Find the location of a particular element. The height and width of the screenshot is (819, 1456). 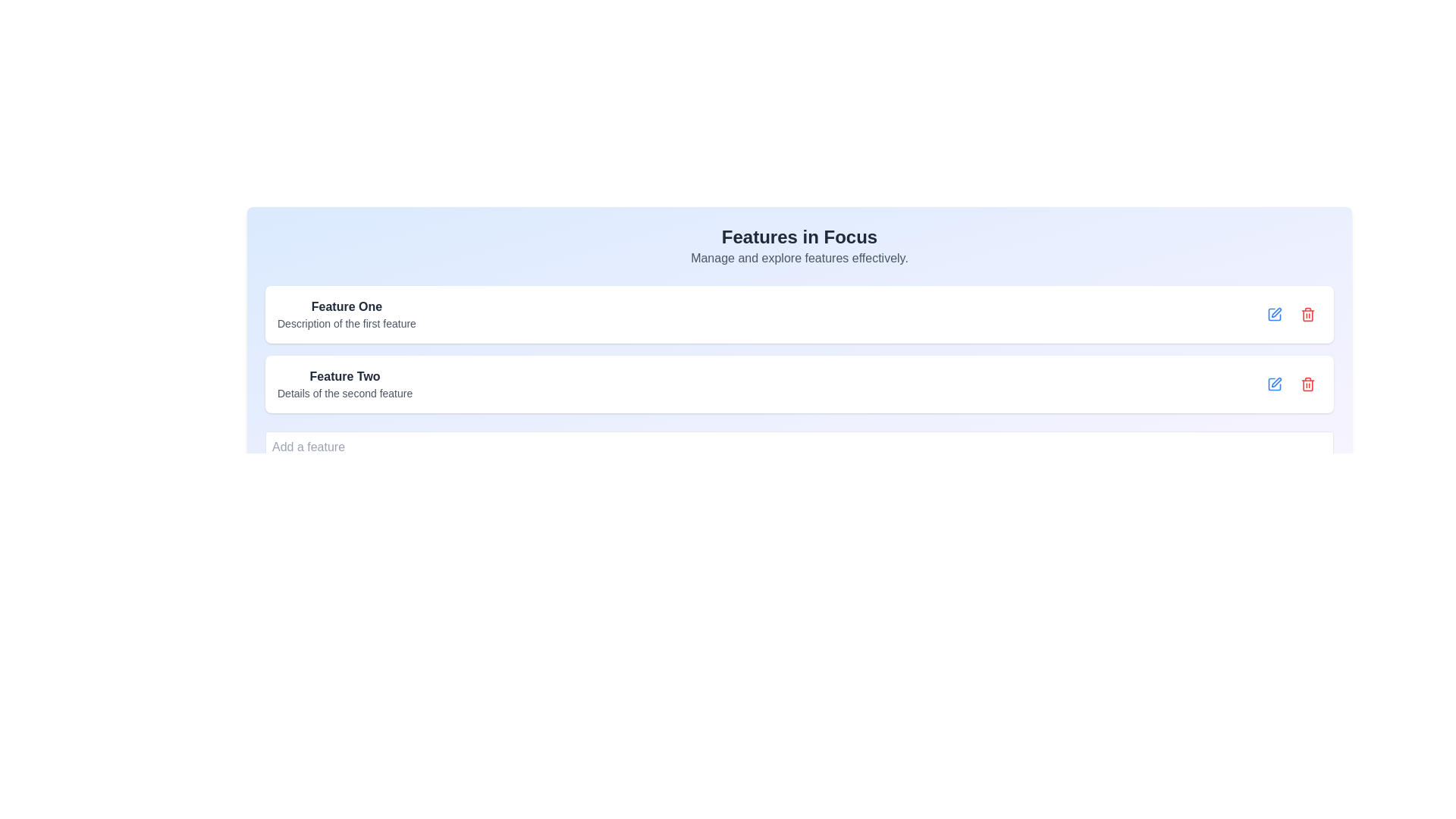

on the text block containing 'Feature Two' and its description is located at coordinates (344, 383).